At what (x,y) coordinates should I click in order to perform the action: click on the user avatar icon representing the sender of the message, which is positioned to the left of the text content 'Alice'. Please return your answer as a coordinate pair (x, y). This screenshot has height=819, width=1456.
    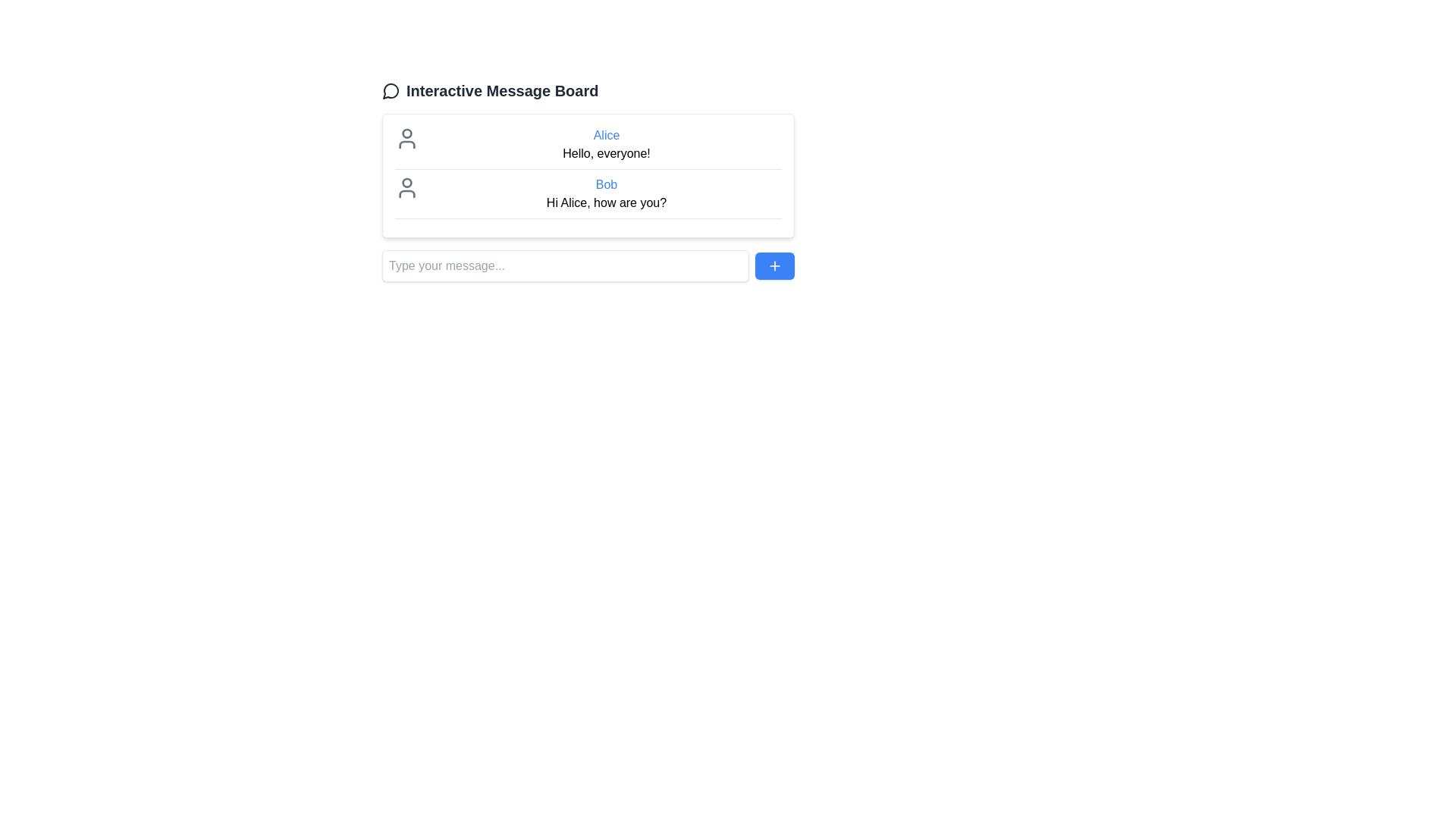
    Looking at the image, I should click on (407, 138).